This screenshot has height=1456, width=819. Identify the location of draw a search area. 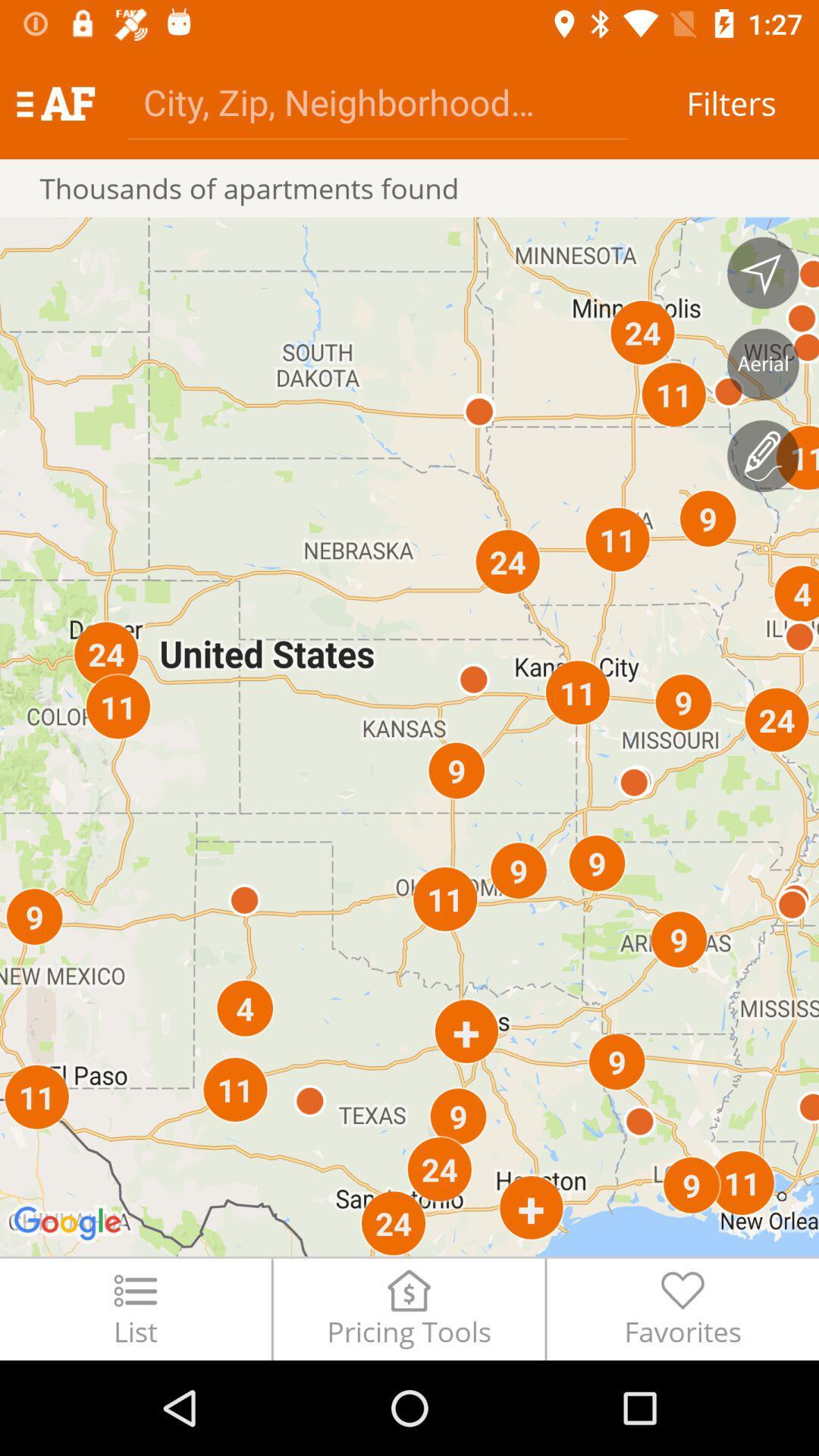
(763, 455).